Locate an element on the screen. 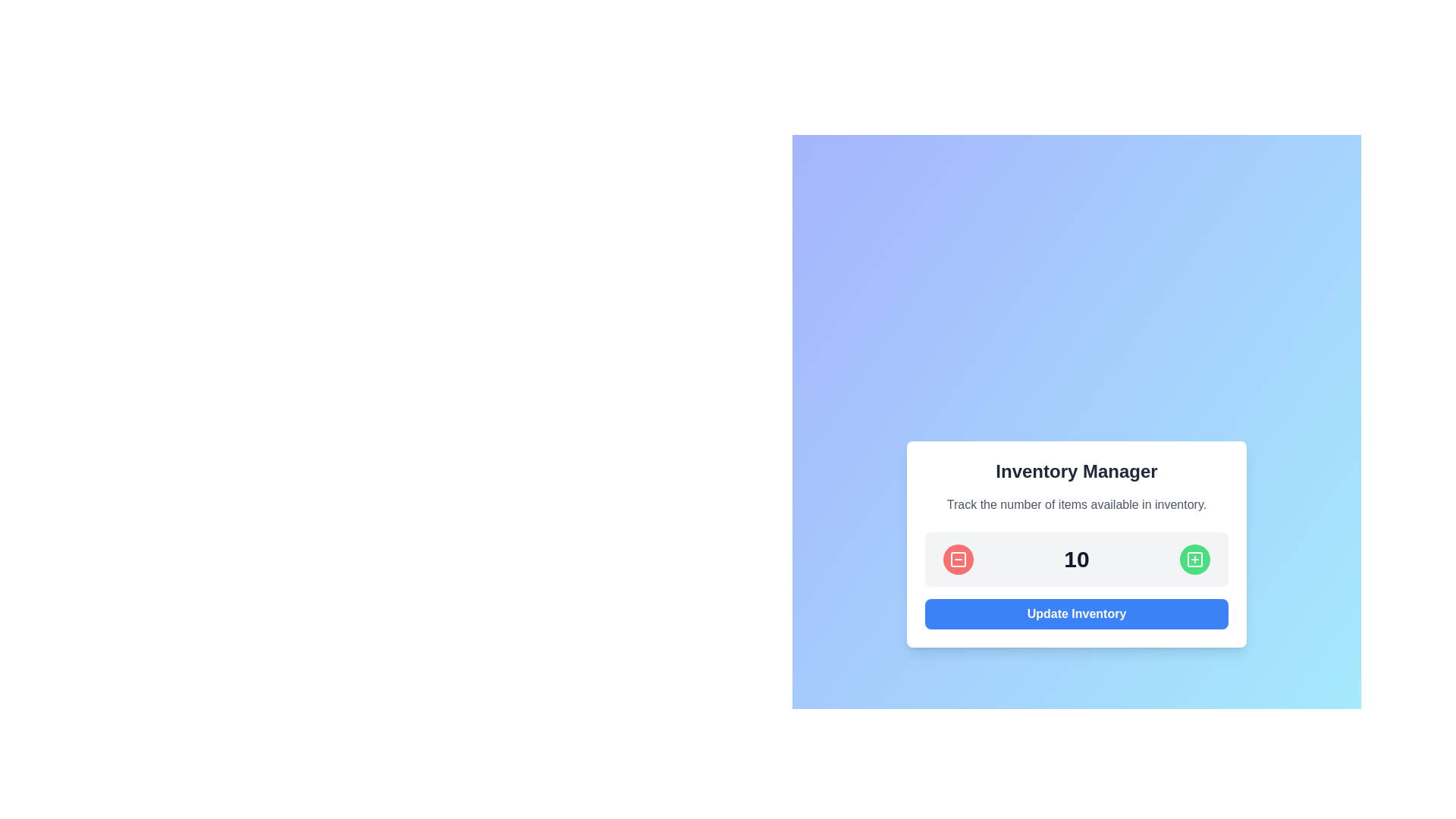 This screenshot has width=1456, height=819. the green square shape with rounded corners that contains a plus icon, located at the bottom right of the numeric counter within the inventory tracking card is located at coordinates (1194, 559).